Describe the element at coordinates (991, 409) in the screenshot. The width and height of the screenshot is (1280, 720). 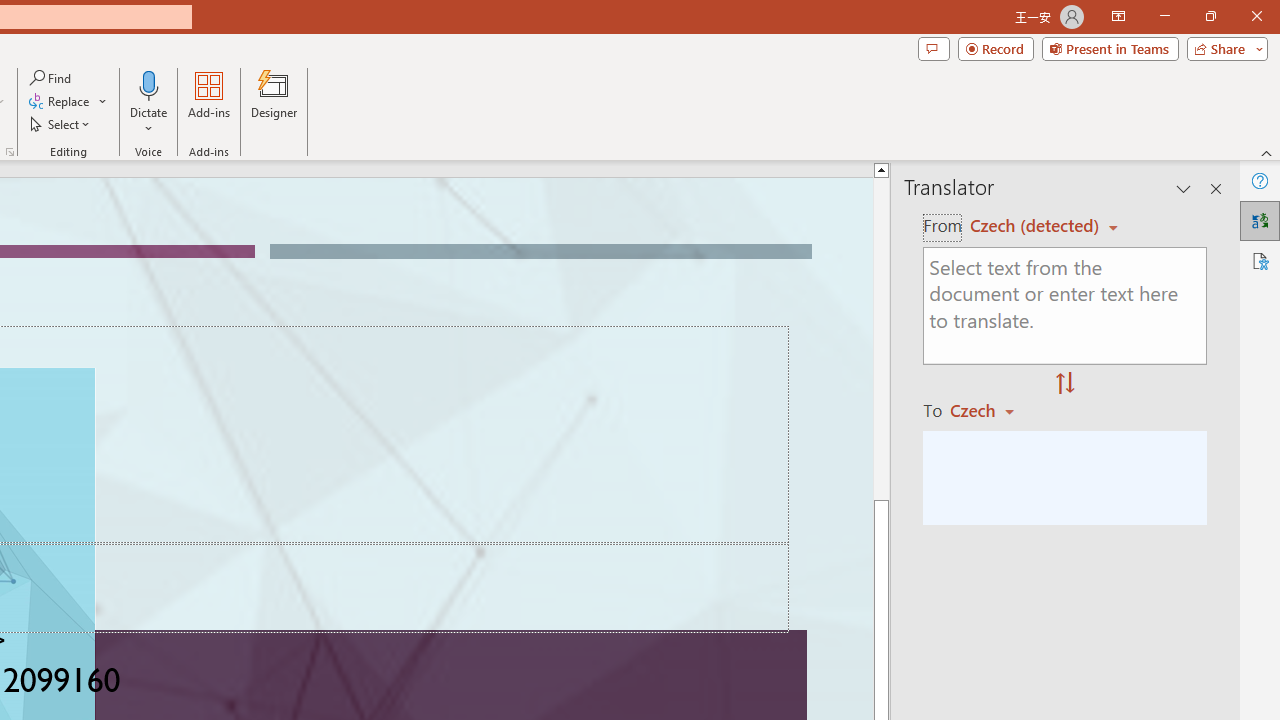
I see `'Czech'` at that location.